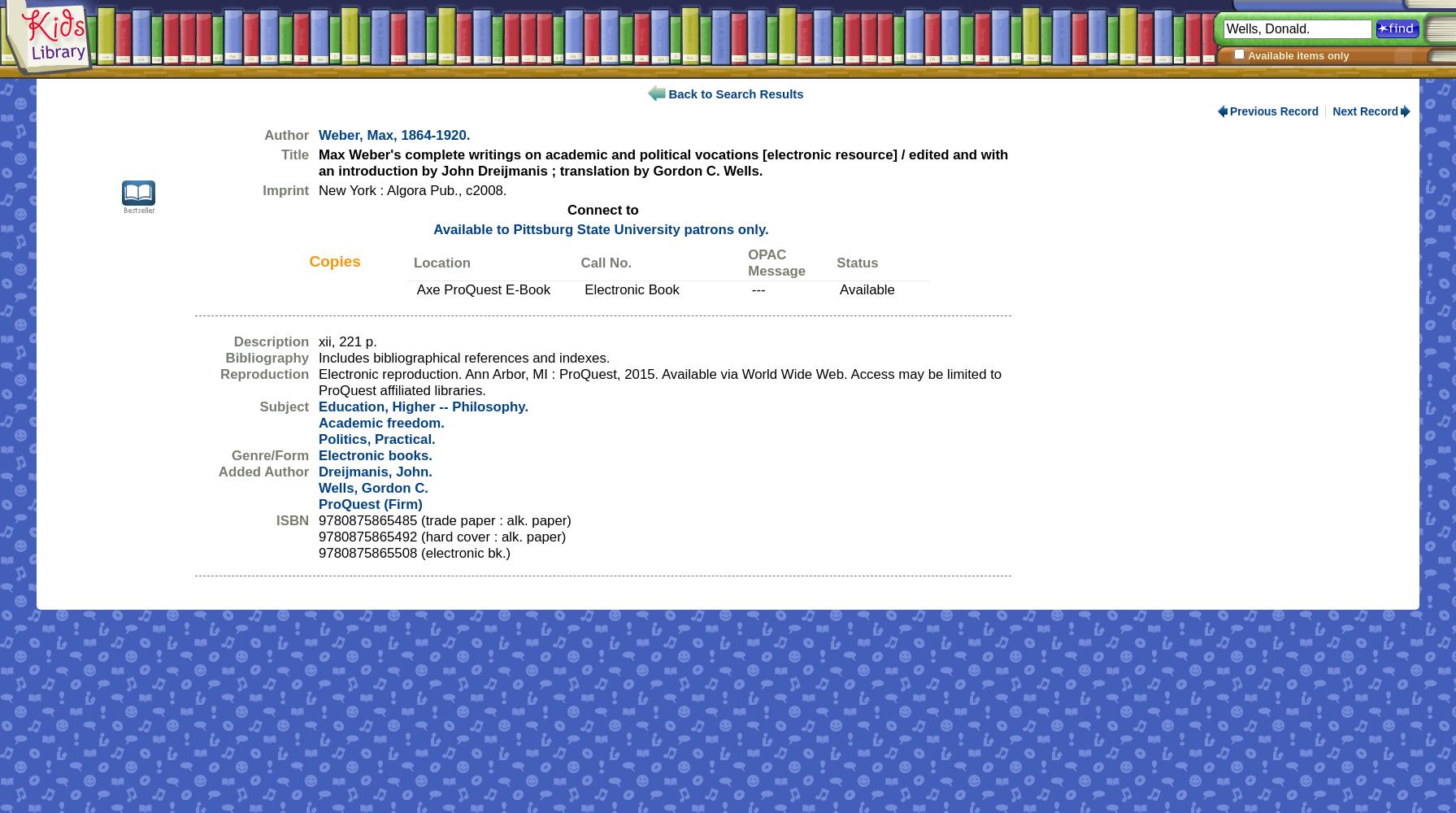  Describe the element at coordinates (380, 423) in the screenshot. I see `'Academic freedom.'` at that location.